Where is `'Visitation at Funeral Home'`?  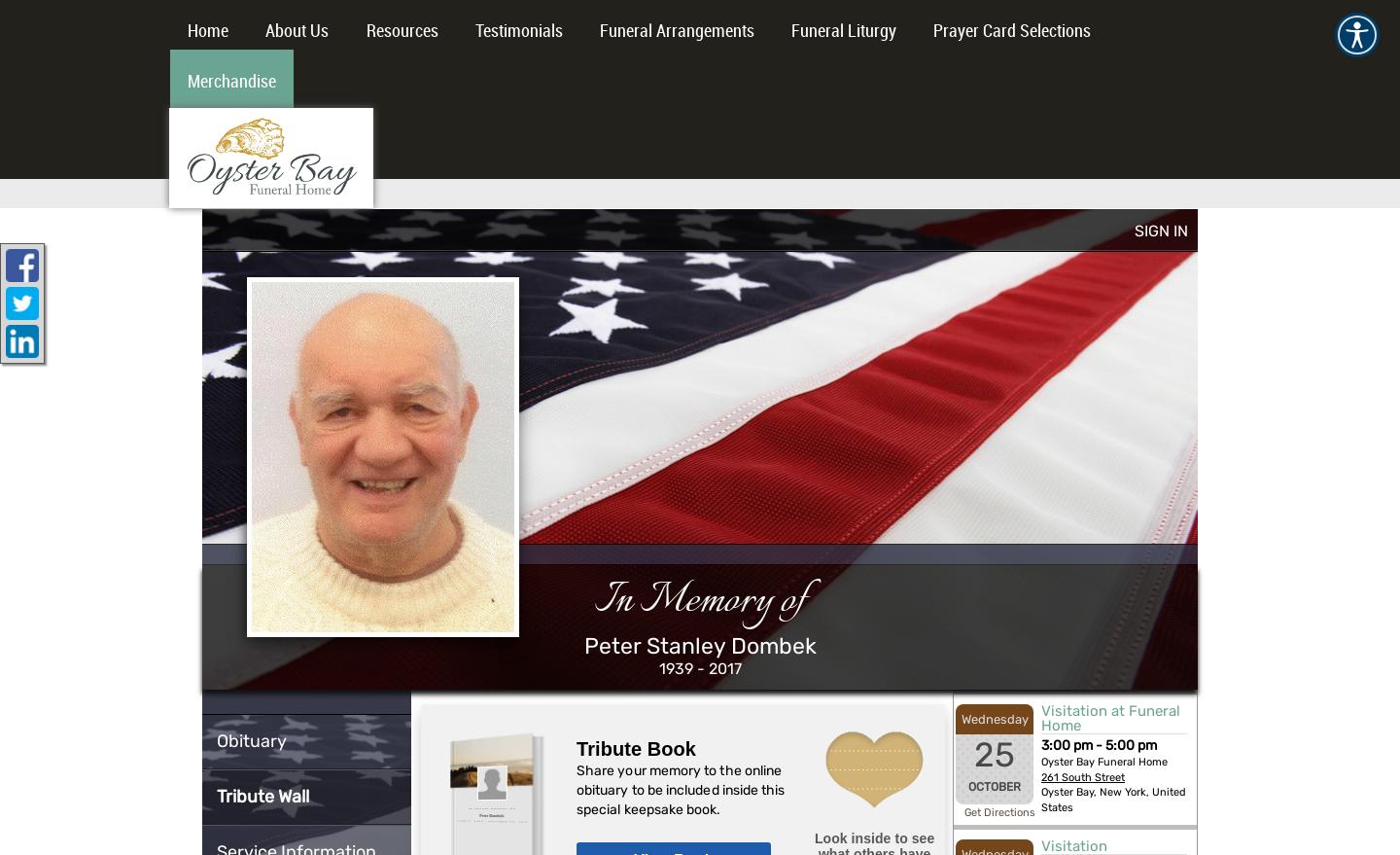 'Visitation at Funeral Home' is located at coordinates (1041, 716).